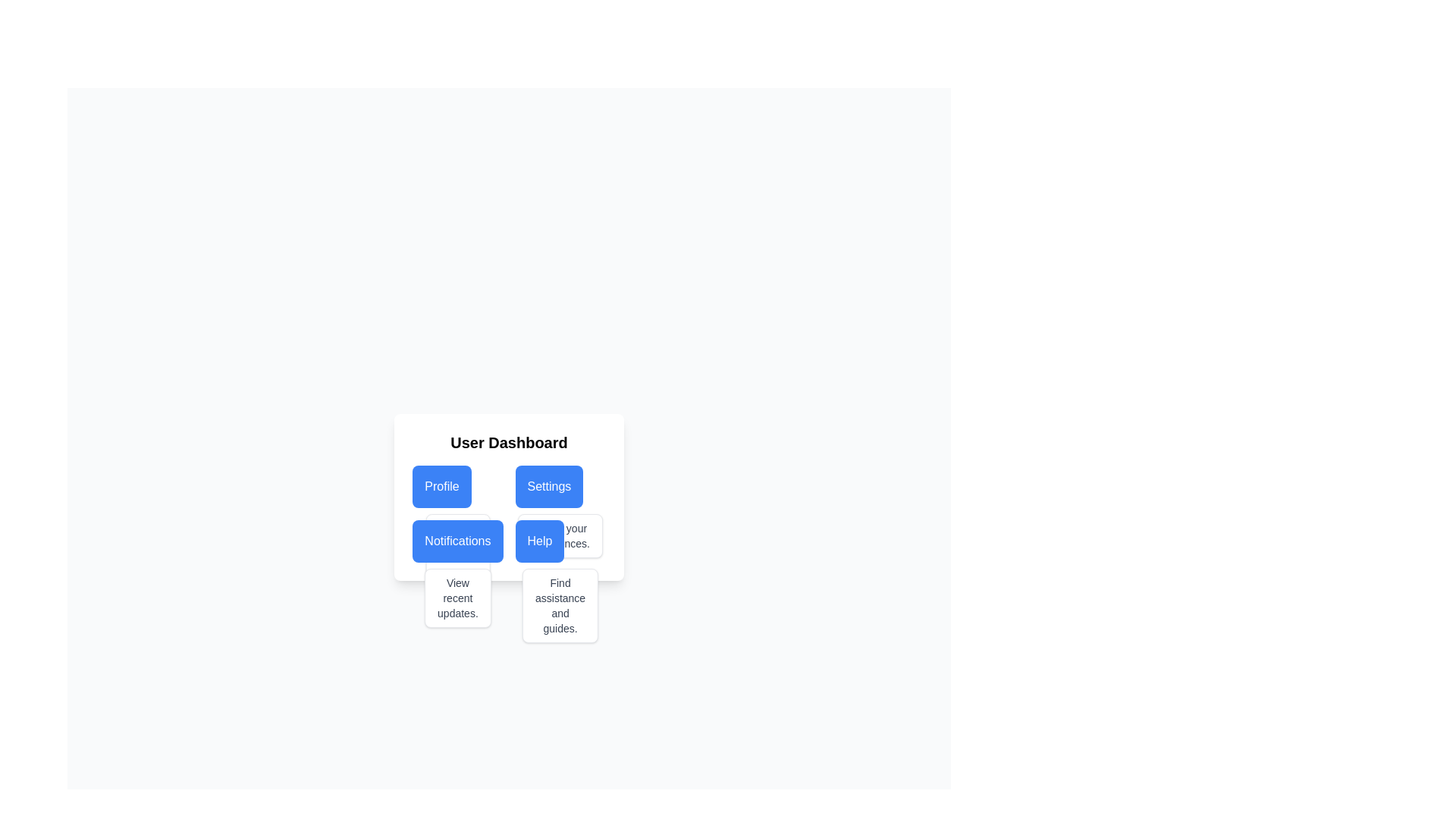 This screenshot has height=819, width=1456. What do you see at coordinates (457, 486) in the screenshot?
I see `the navigation button located in the upper-left corner of the grid` at bounding box center [457, 486].